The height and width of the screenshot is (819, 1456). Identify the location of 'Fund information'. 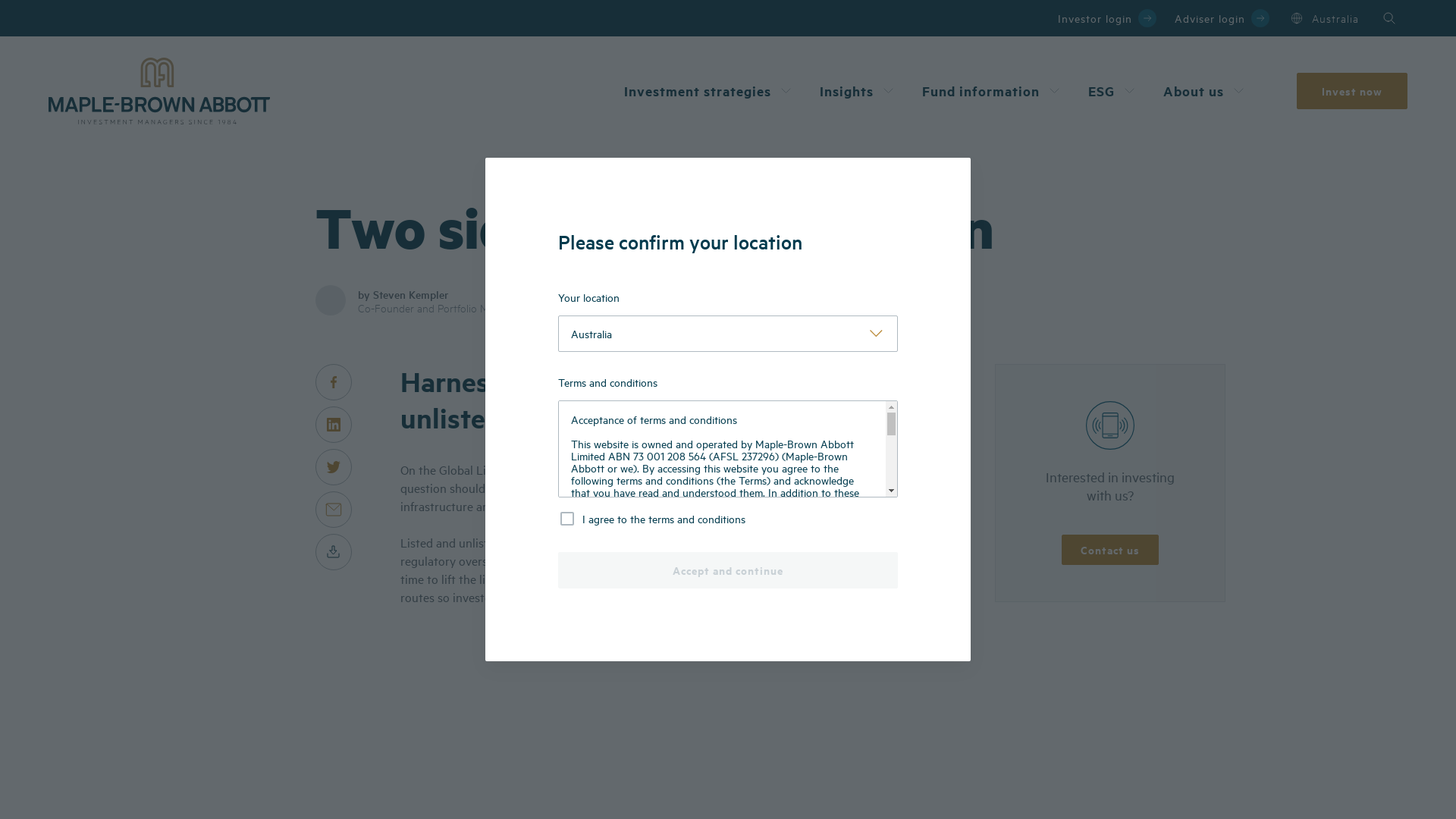
(993, 90).